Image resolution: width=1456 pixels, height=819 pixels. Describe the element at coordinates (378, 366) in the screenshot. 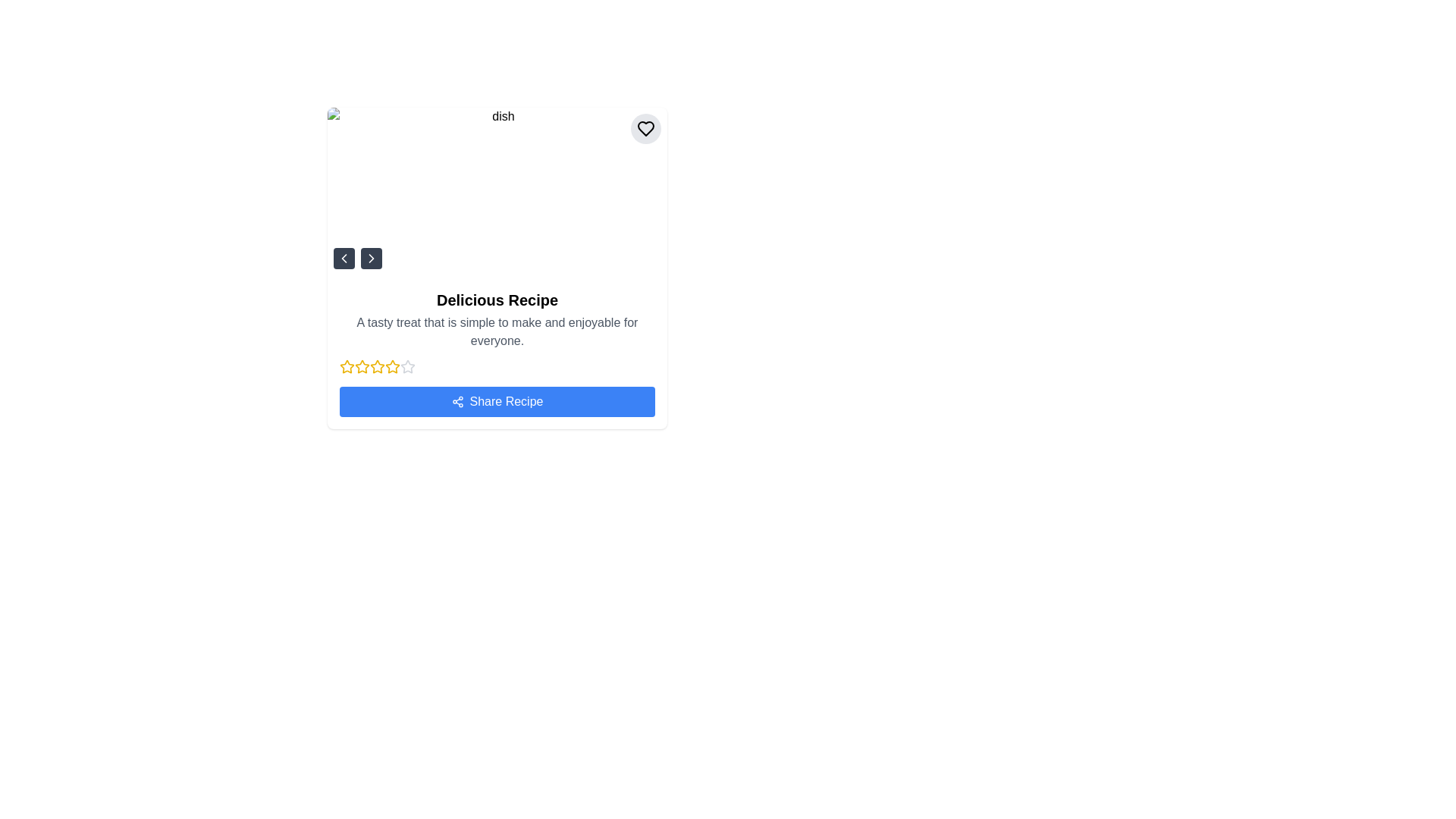

I see `the fourth yellow outlined star icon in the rating system below the recipe description to rate it` at that location.